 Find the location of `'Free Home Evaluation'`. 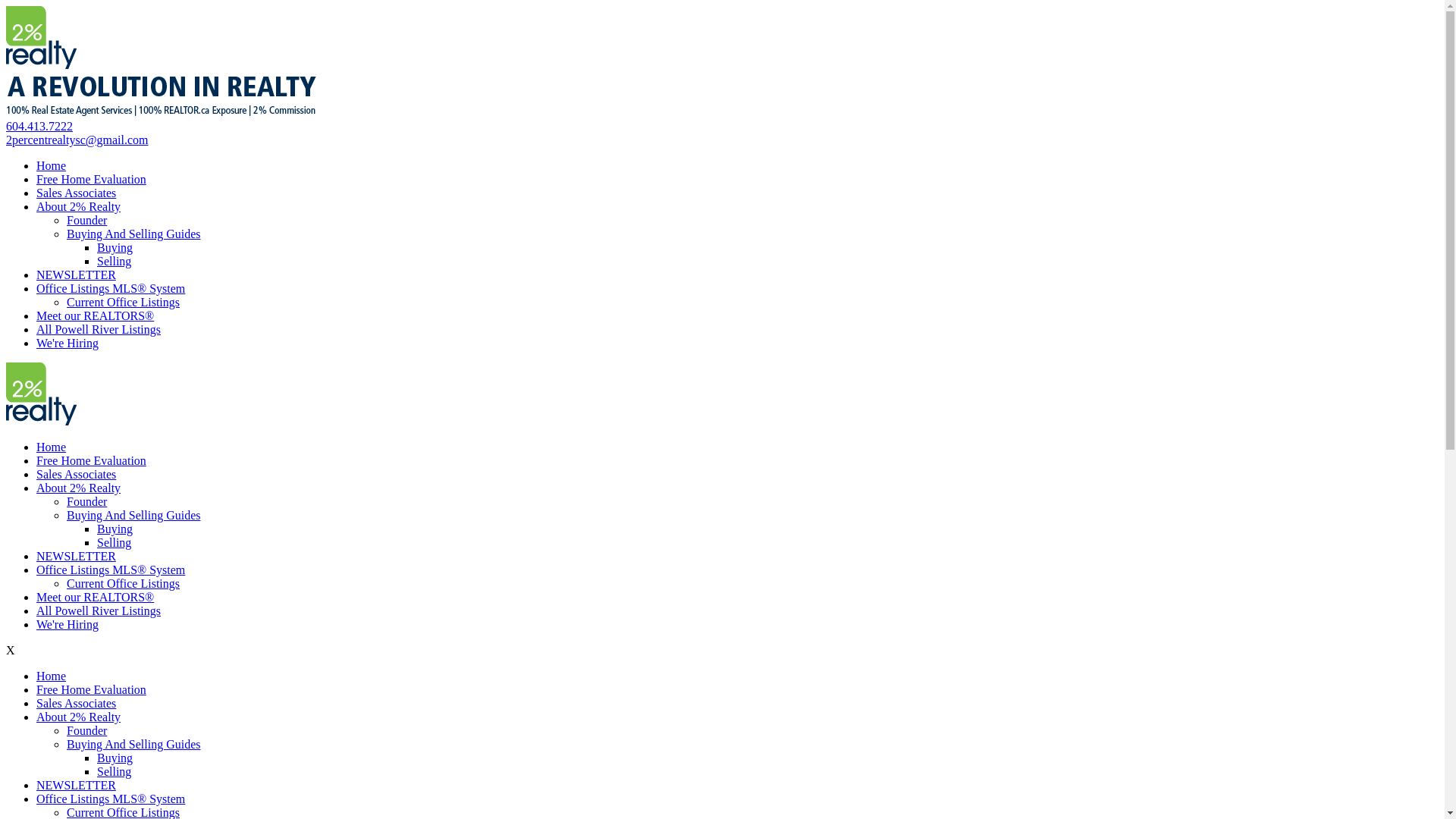

'Free Home Evaluation' is located at coordinates (90, 689).